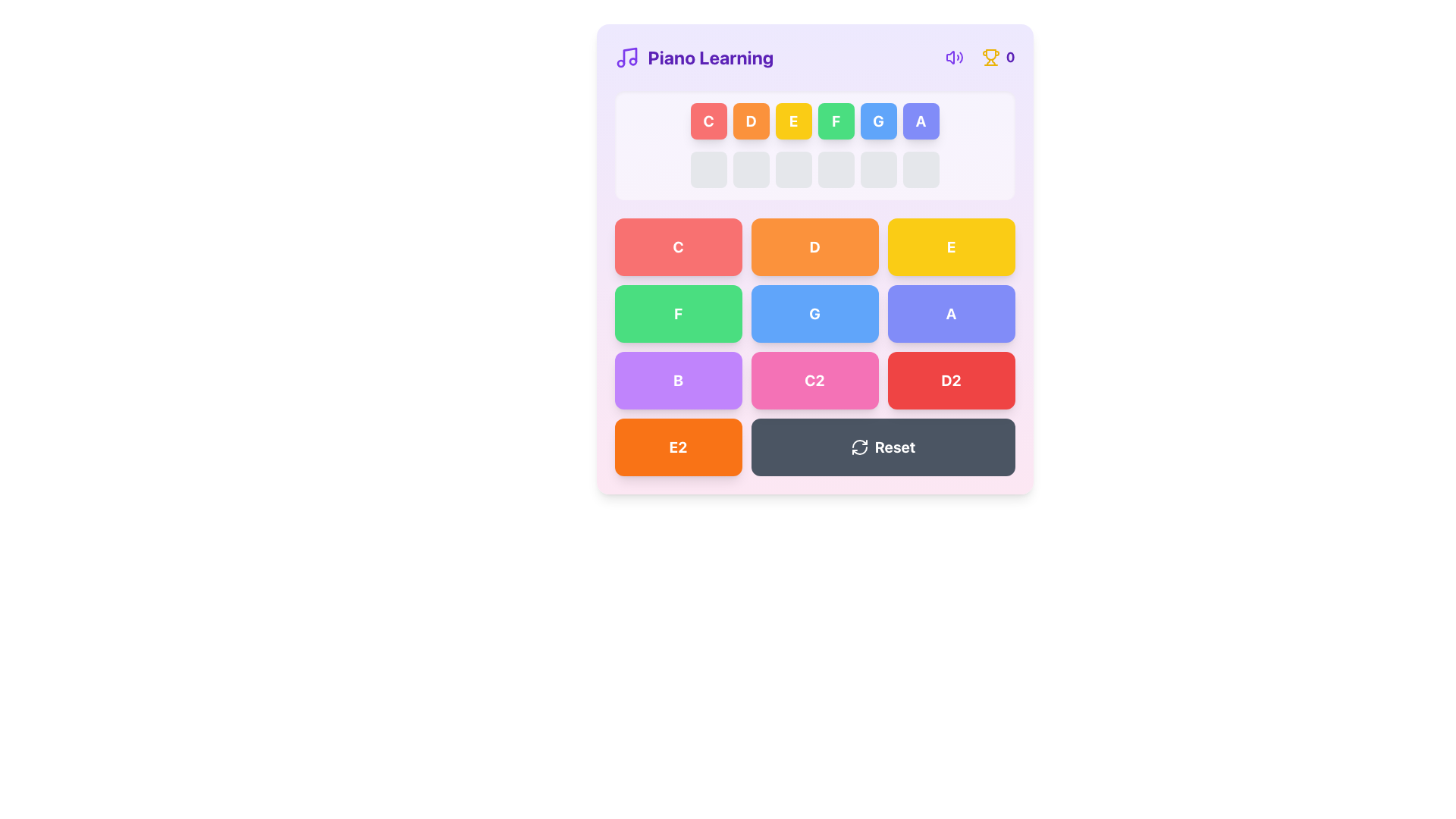 The image size is (1456, 819). What do you see at coordinates (677, 312) in the screenshot?
I see `the interactive button for the note 'F' located in the second row, first column of the grid layout` at bounding box center [677, 312].